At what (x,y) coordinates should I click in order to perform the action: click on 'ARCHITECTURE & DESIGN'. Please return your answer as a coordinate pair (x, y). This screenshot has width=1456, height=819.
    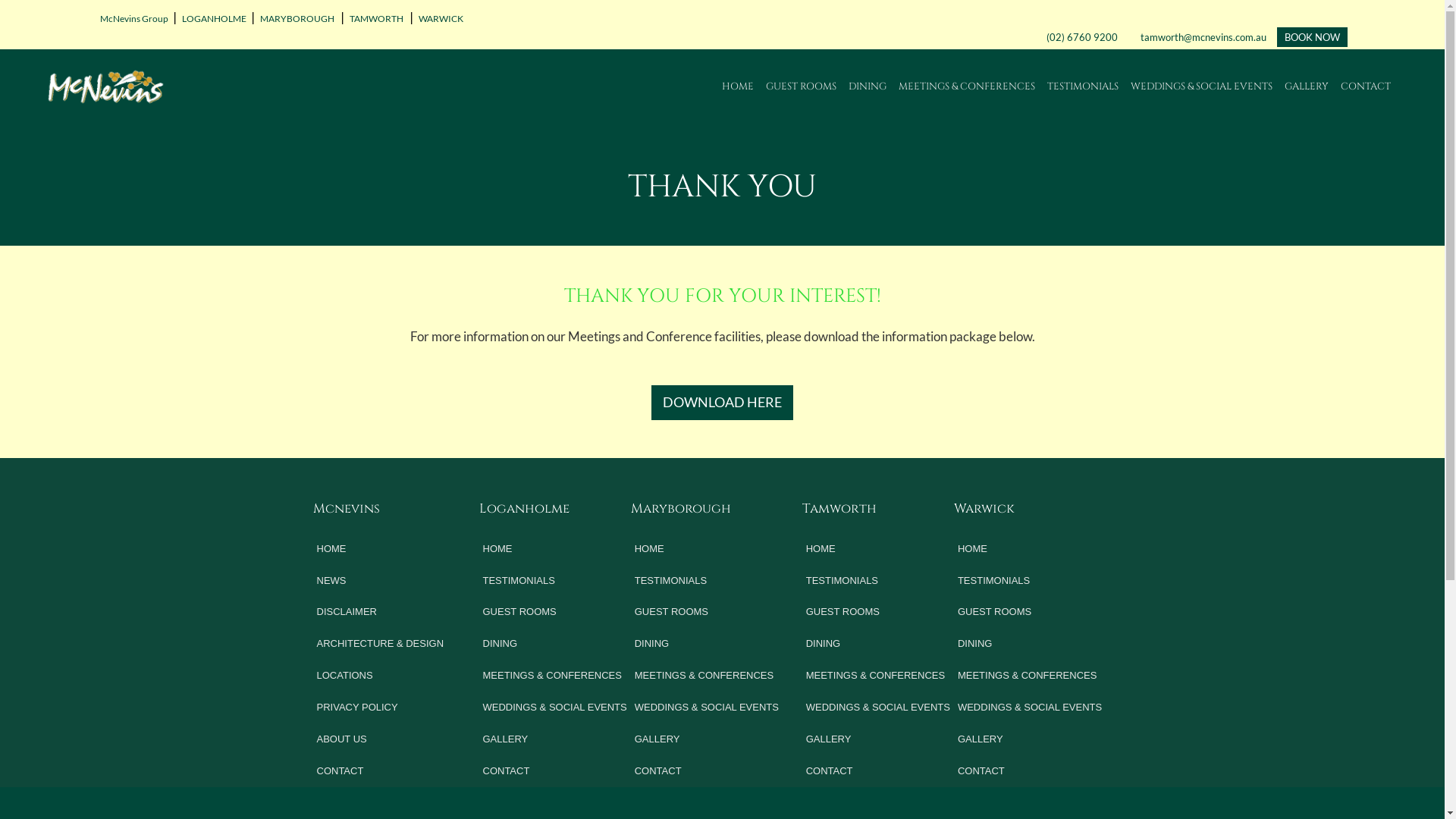
    Looking at the image, I should click on (381, 643).